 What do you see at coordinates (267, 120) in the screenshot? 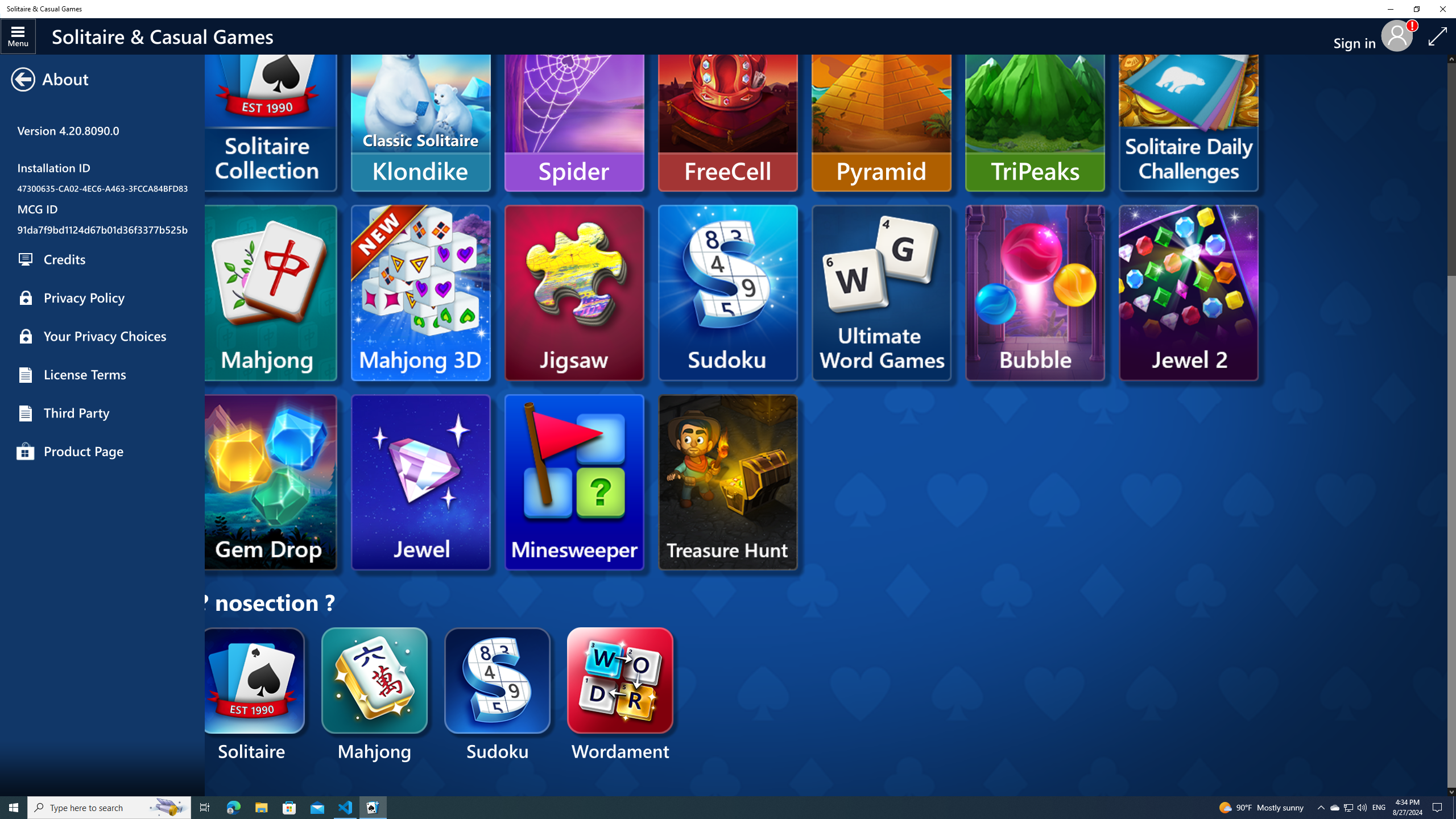
I see `'Microsoft Solitaire Collection'` at bounding box center [267, 120].